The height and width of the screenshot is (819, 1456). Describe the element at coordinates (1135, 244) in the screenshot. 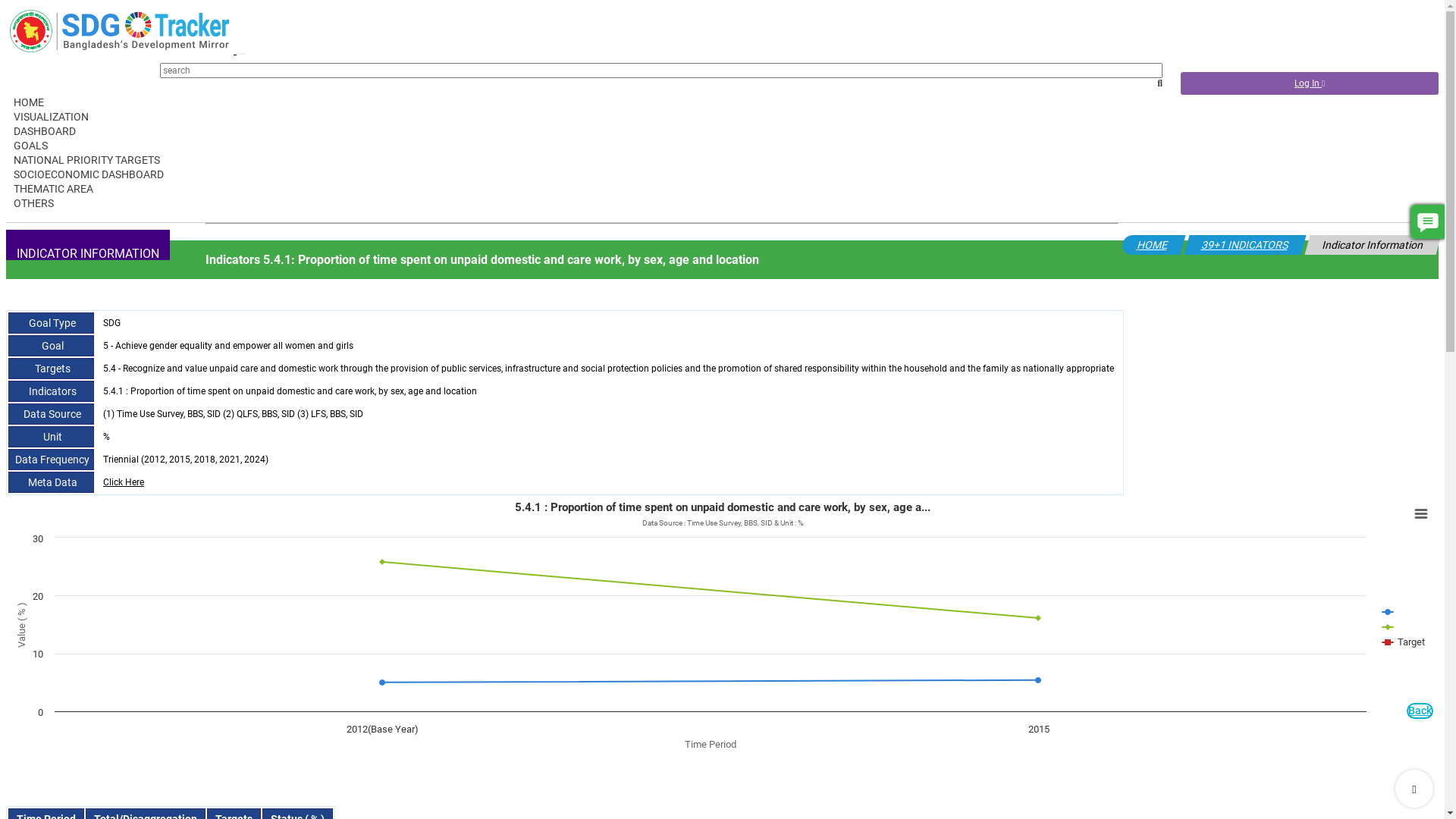

I see `'HOME'` at that location.